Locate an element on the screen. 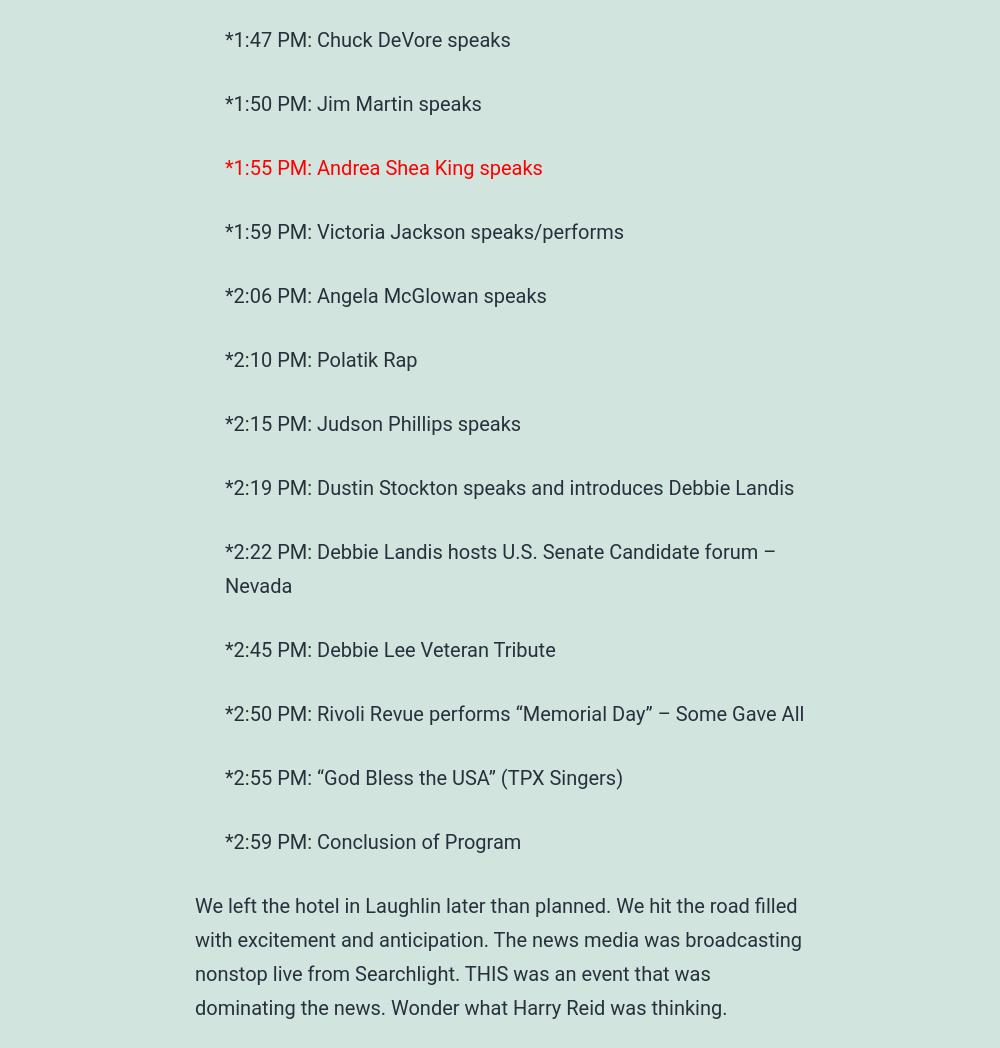  '*2:10 PM: Polatik Rap' is located at coordinates (320, 358).